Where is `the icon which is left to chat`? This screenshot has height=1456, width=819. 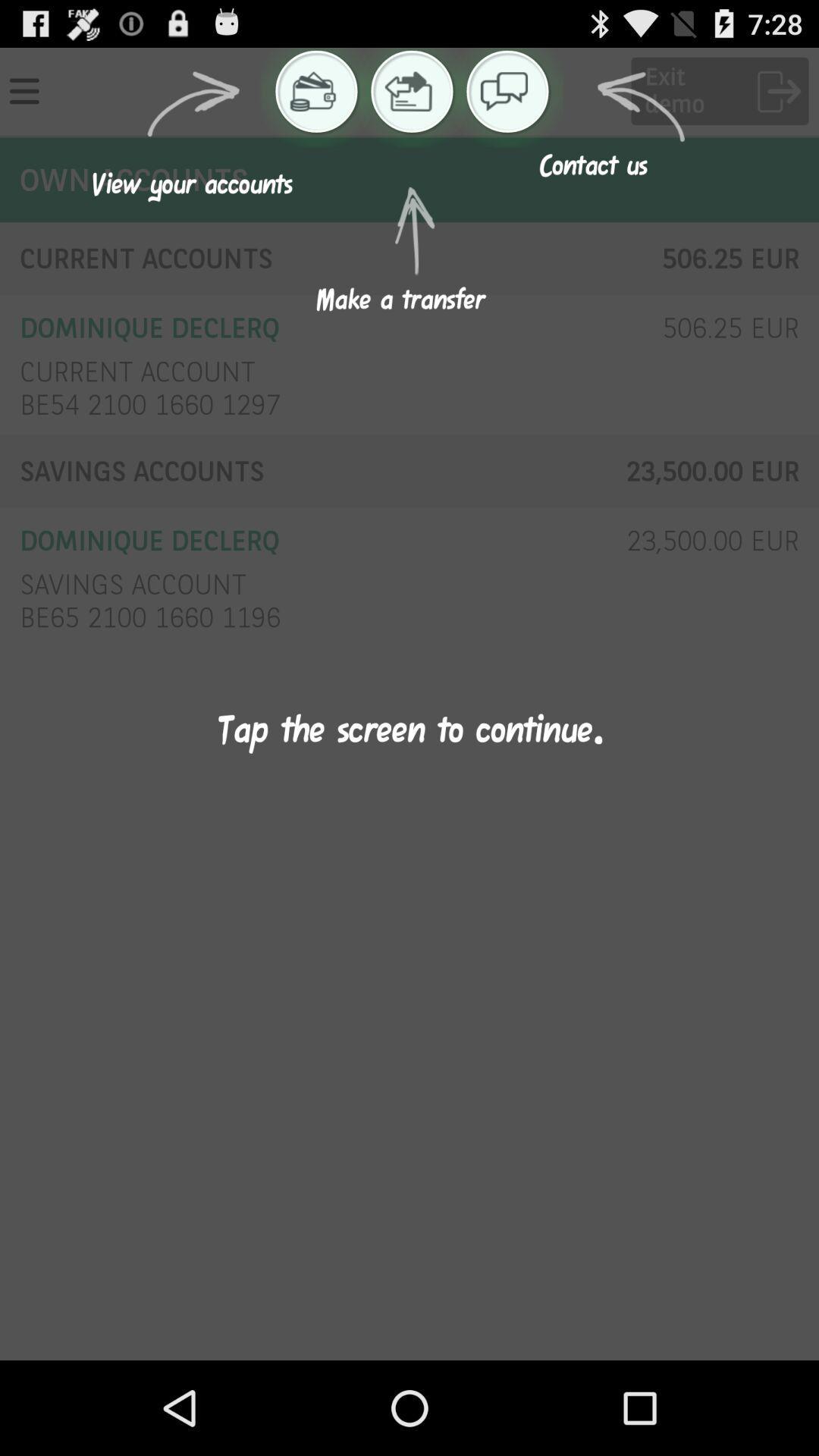
the icon which is left to chat is located at coordinates (408, 90).